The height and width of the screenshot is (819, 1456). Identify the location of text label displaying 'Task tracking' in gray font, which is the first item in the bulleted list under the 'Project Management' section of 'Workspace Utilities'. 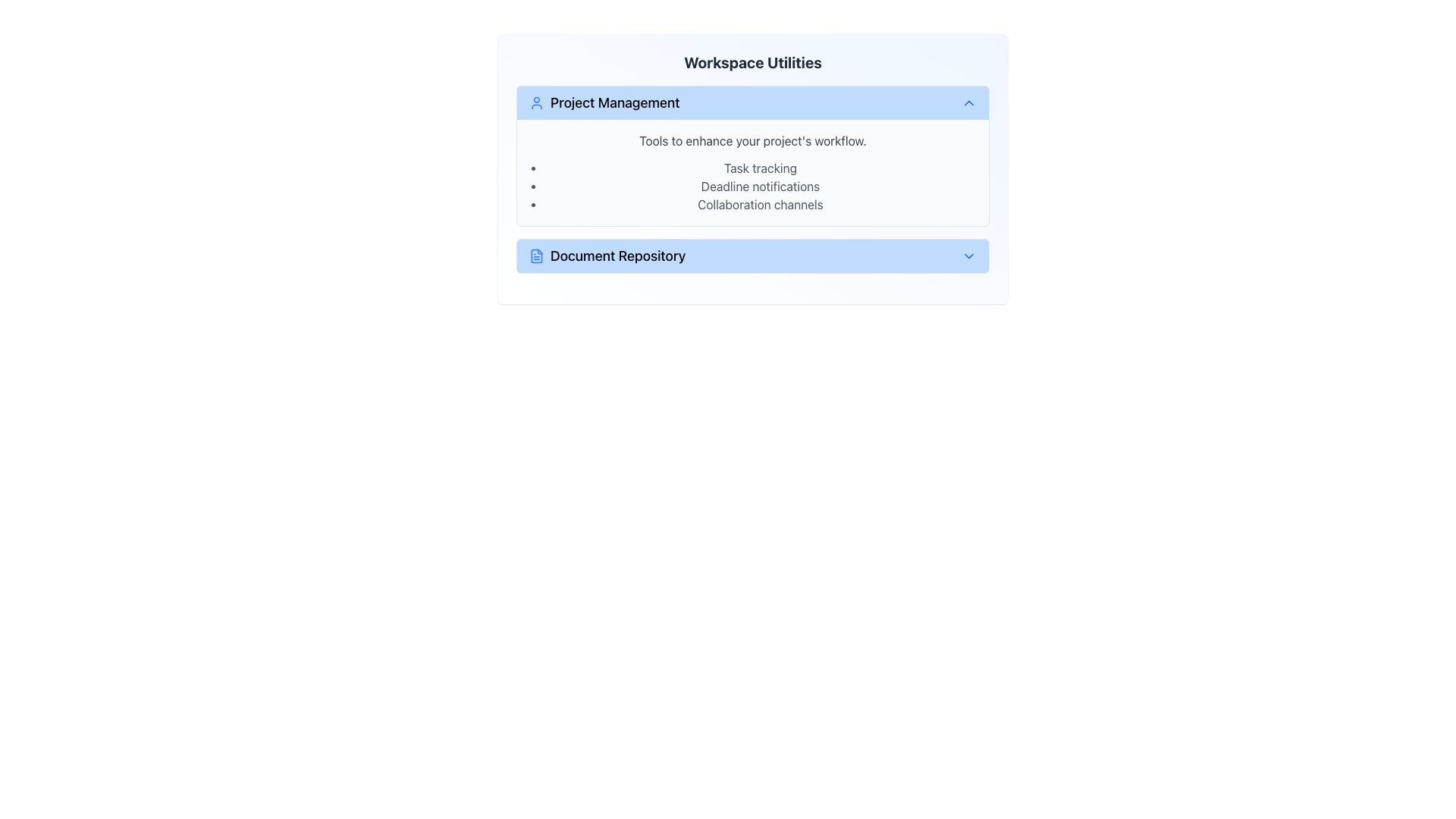
(761, 168).